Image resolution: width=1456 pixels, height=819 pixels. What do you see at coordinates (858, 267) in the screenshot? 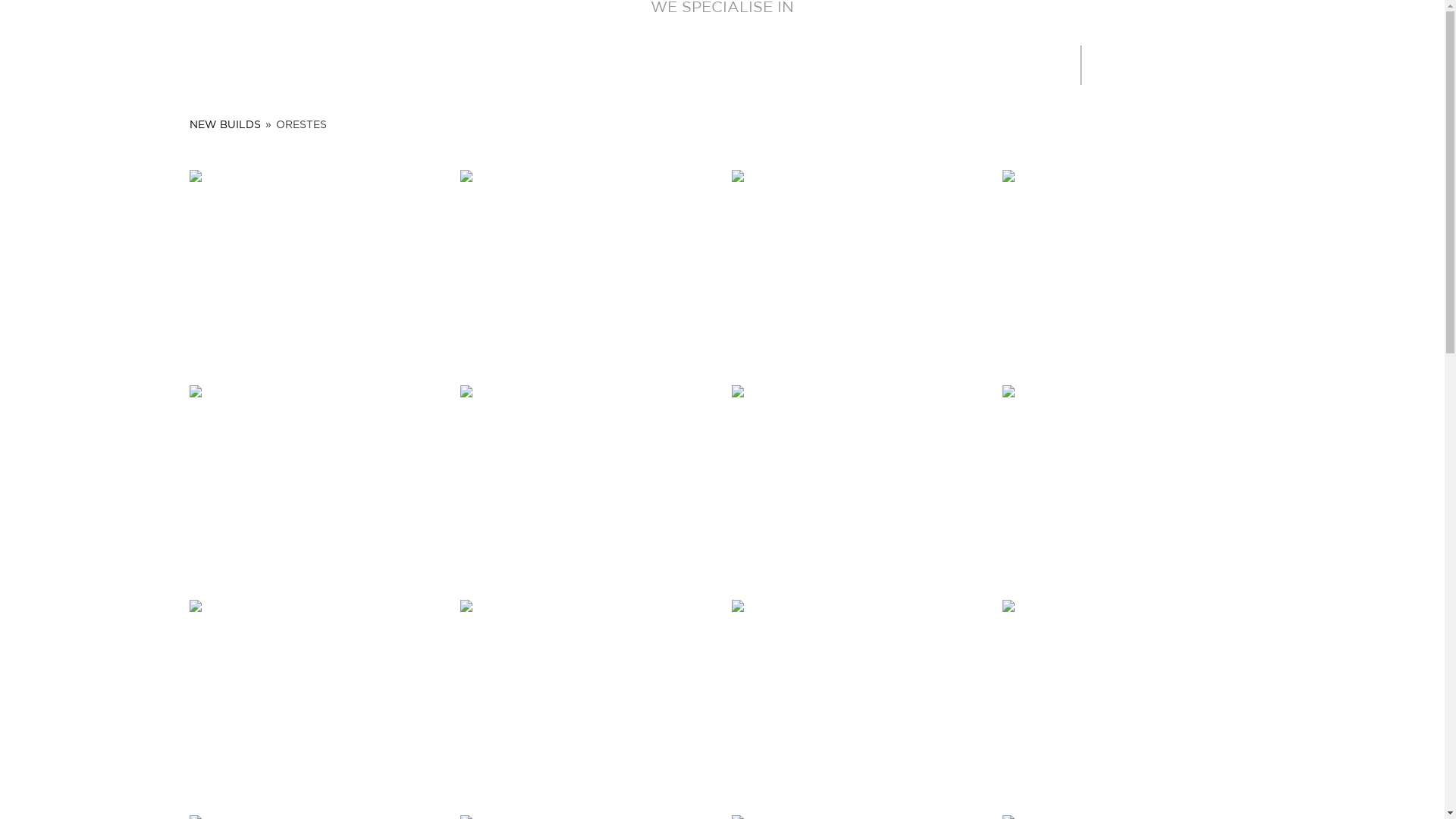
I see `'Orestes'` at bounding box center [858, 267].